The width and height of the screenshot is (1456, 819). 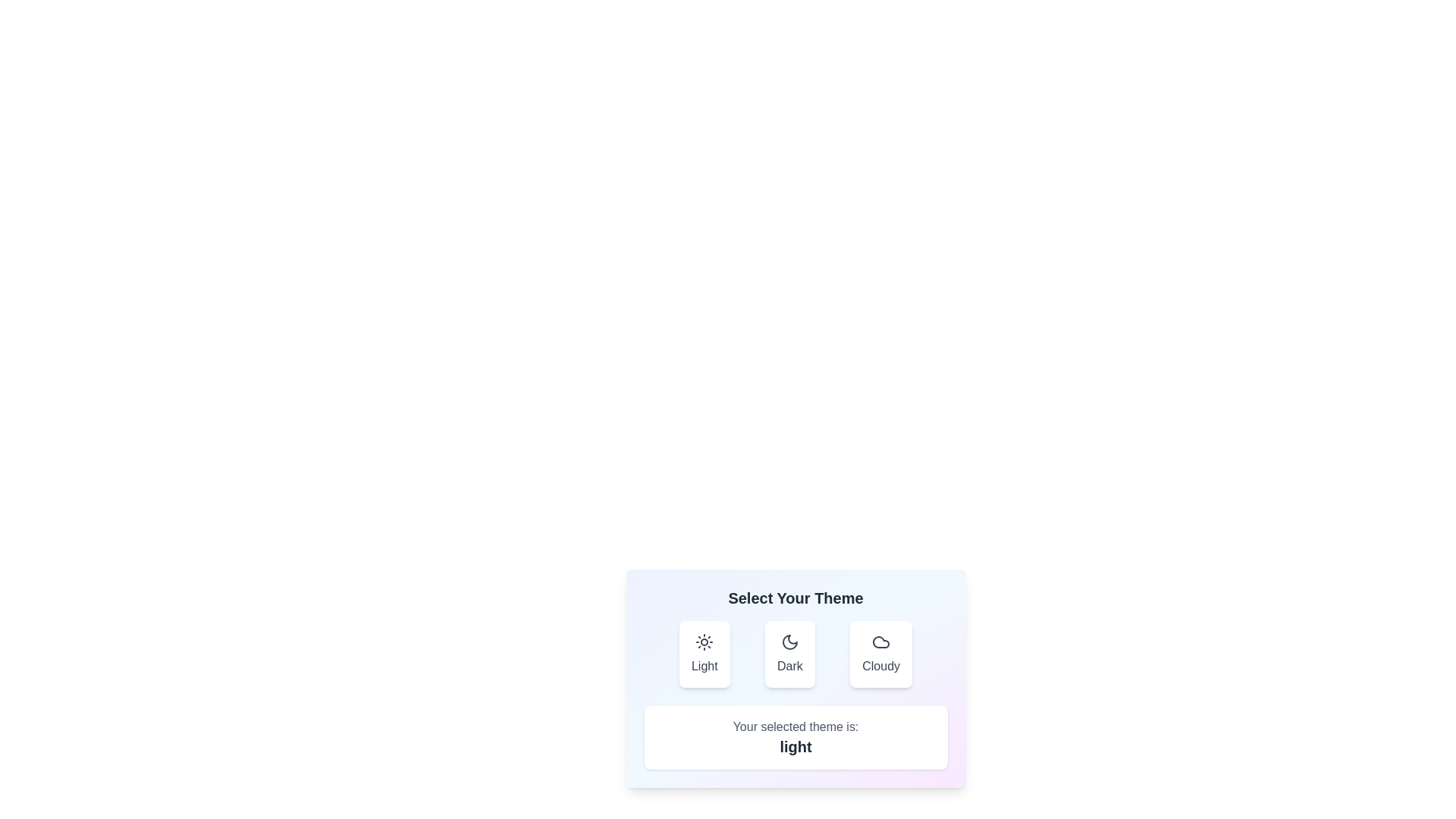 I want to click on the second selectable option labeled 'Dark' in the Interactive theme selection panel, so click(x=795, y=677).